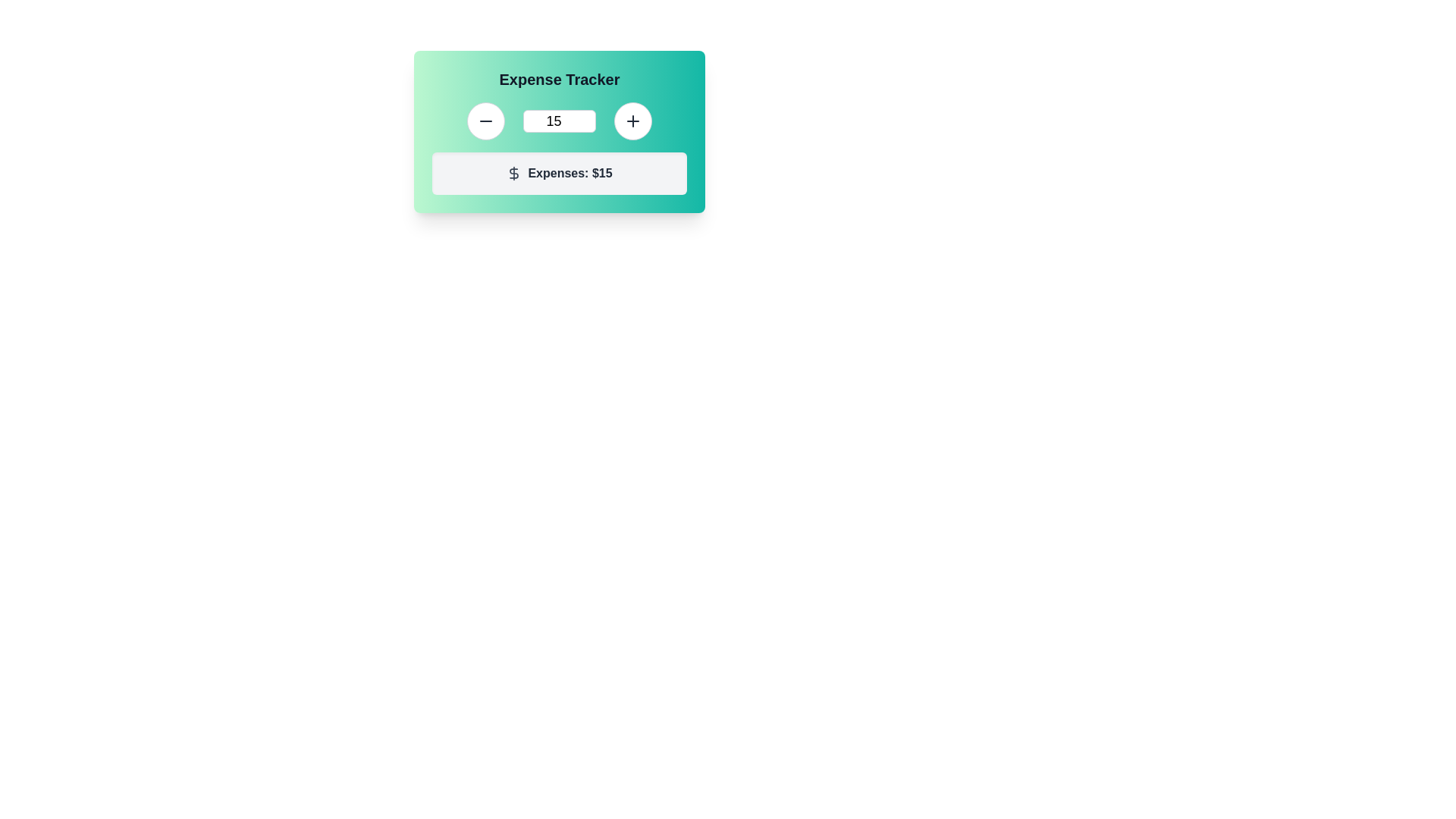 The width and height of the screenshot is (1456, 819). I want to click on the circular button with a white background and a minus icon to trigger the hover effect in the Expense Tracker interface, so click(486, 120).